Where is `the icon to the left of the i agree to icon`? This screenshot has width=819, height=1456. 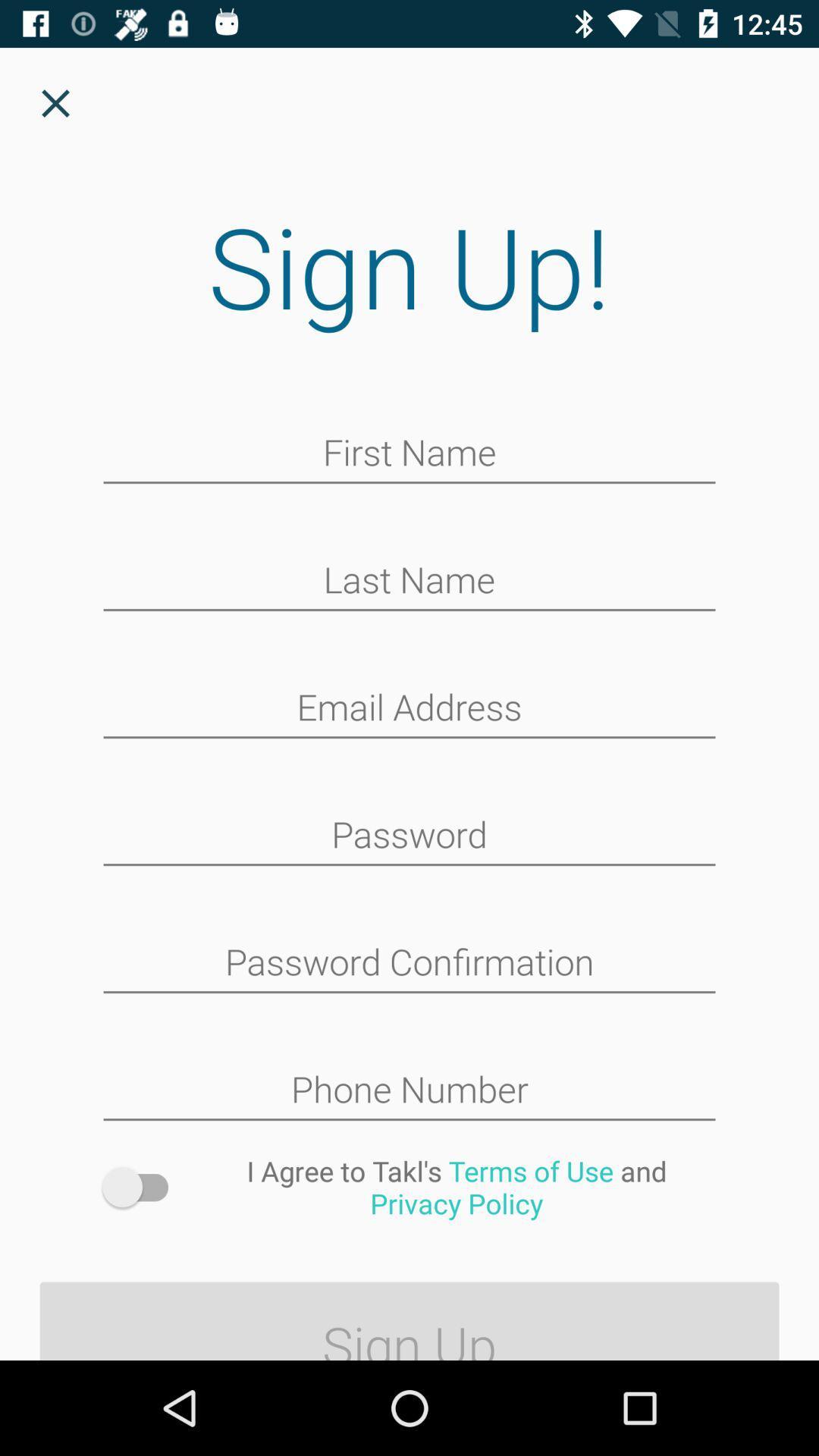
the icon to the left of the i agree to icon is located at coordinates (143, 1186).